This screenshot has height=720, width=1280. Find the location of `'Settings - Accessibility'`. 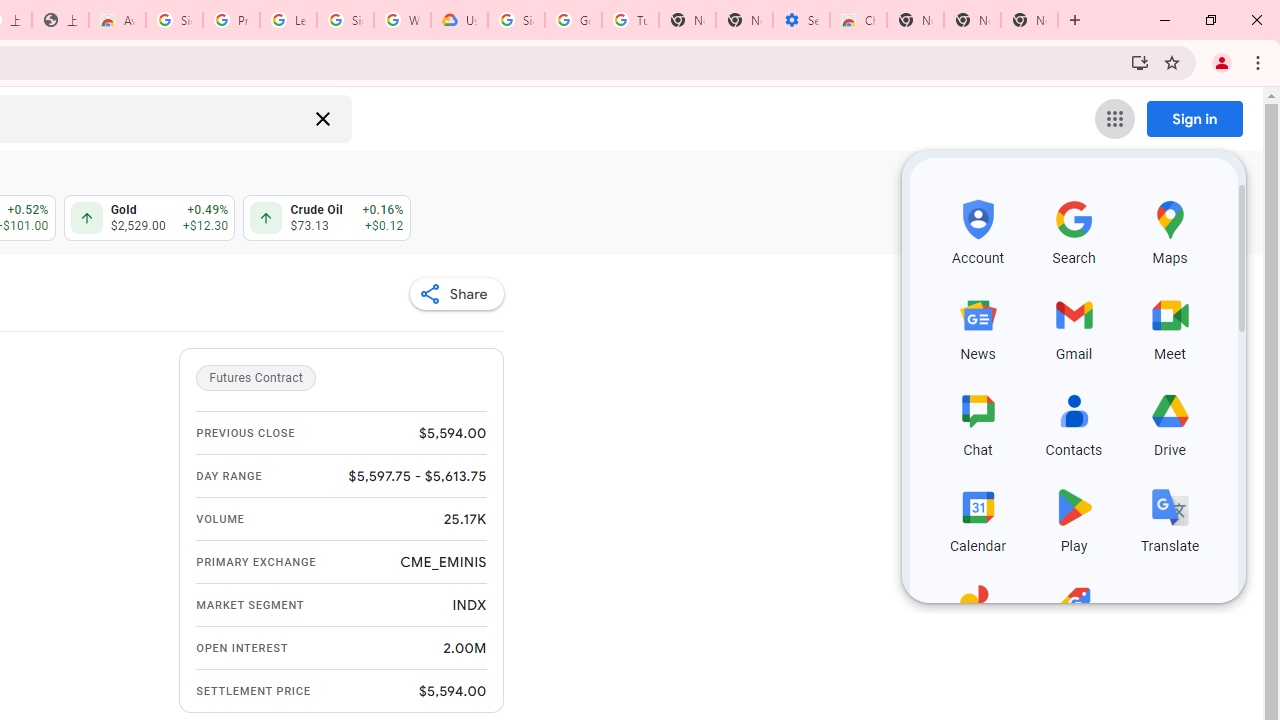

'Settings - Accessibility' is located at coordinates (801, 20).